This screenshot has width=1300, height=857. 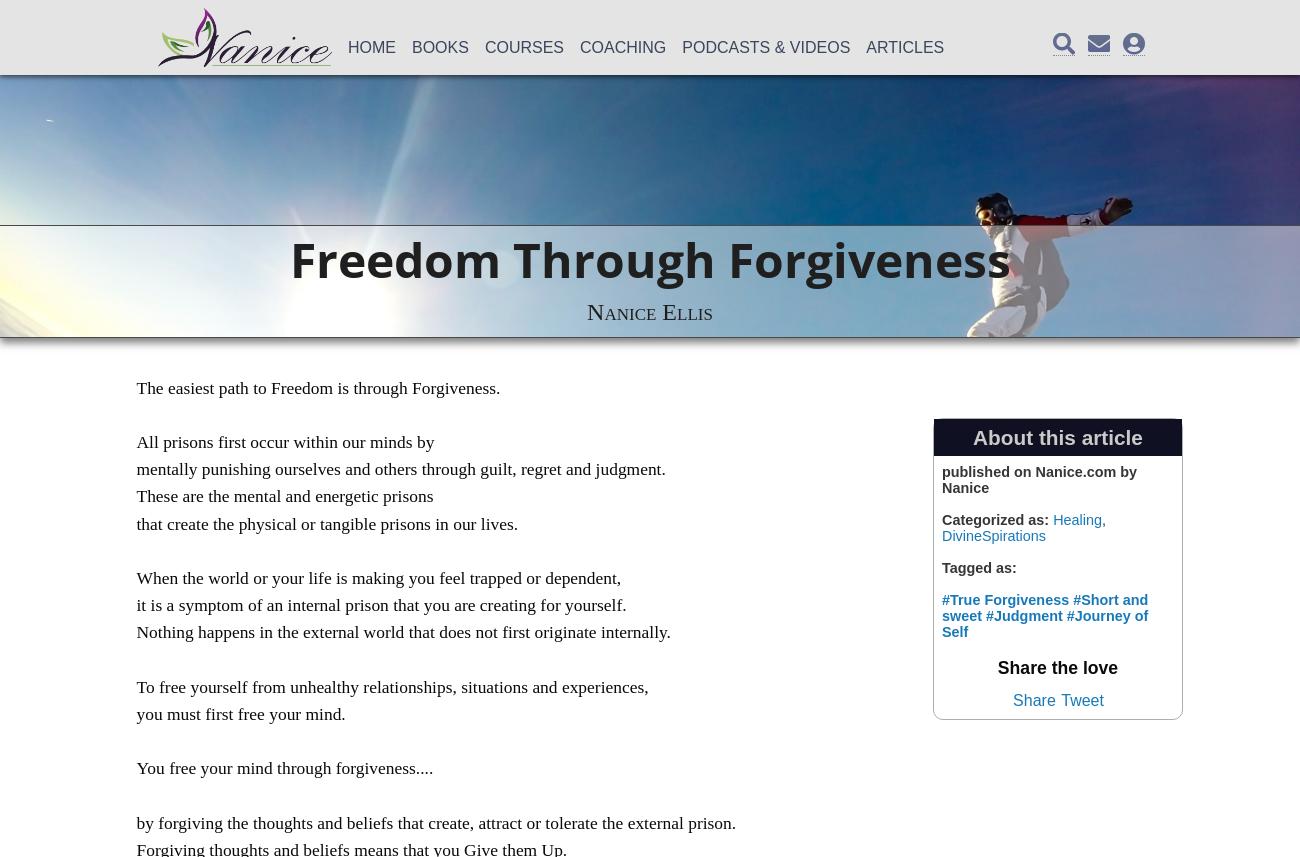 What do you see at coordinates (992, 534) in the screenshot?
I see `'DivineSpirations'` at bounding box center [992, 534].